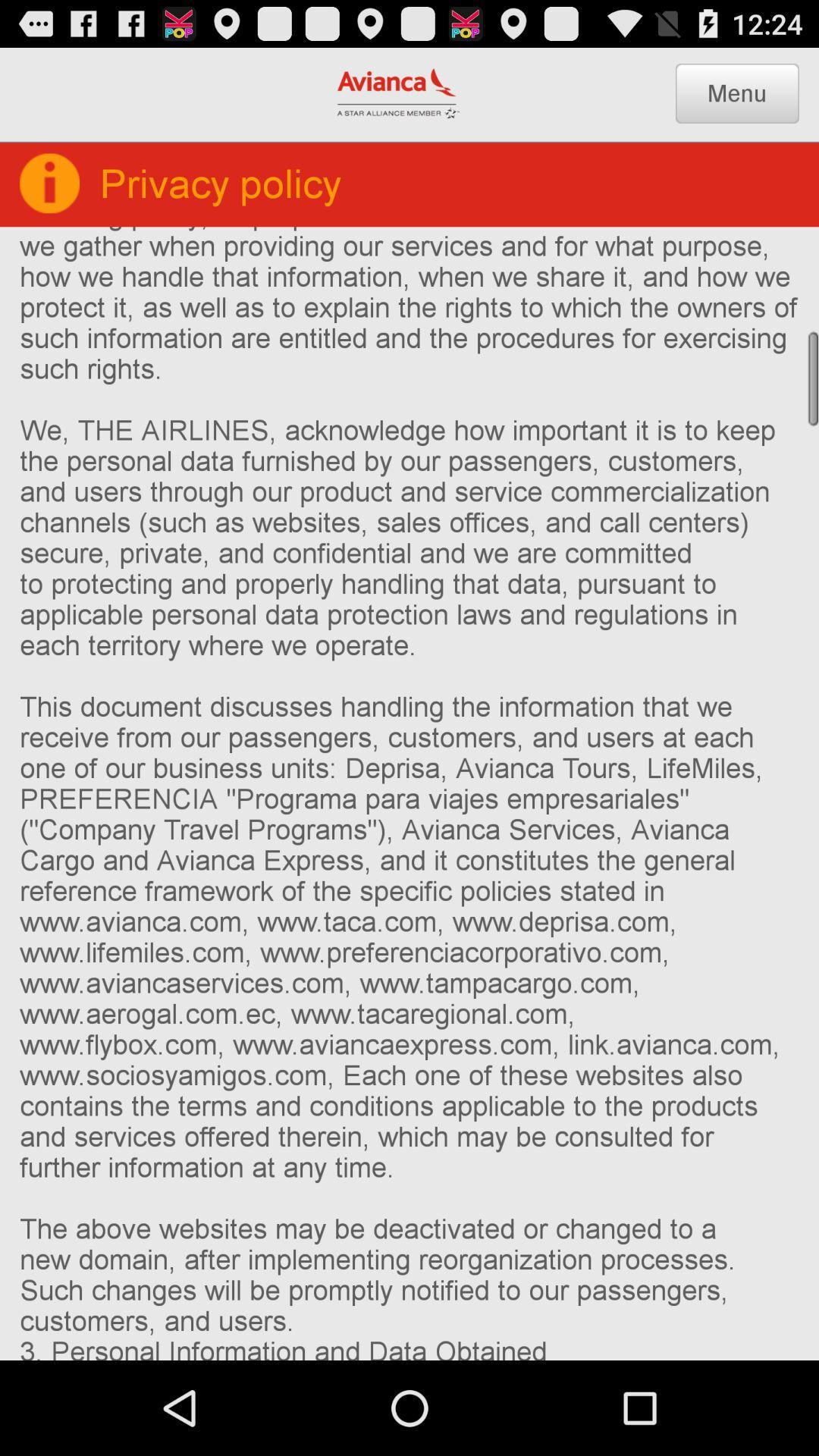 This screenshot has height=1456, width=819. What do you see at coordinates (409, 792) in the screenshot?
I see `1 who we icon` at bounding box center [409, 792].